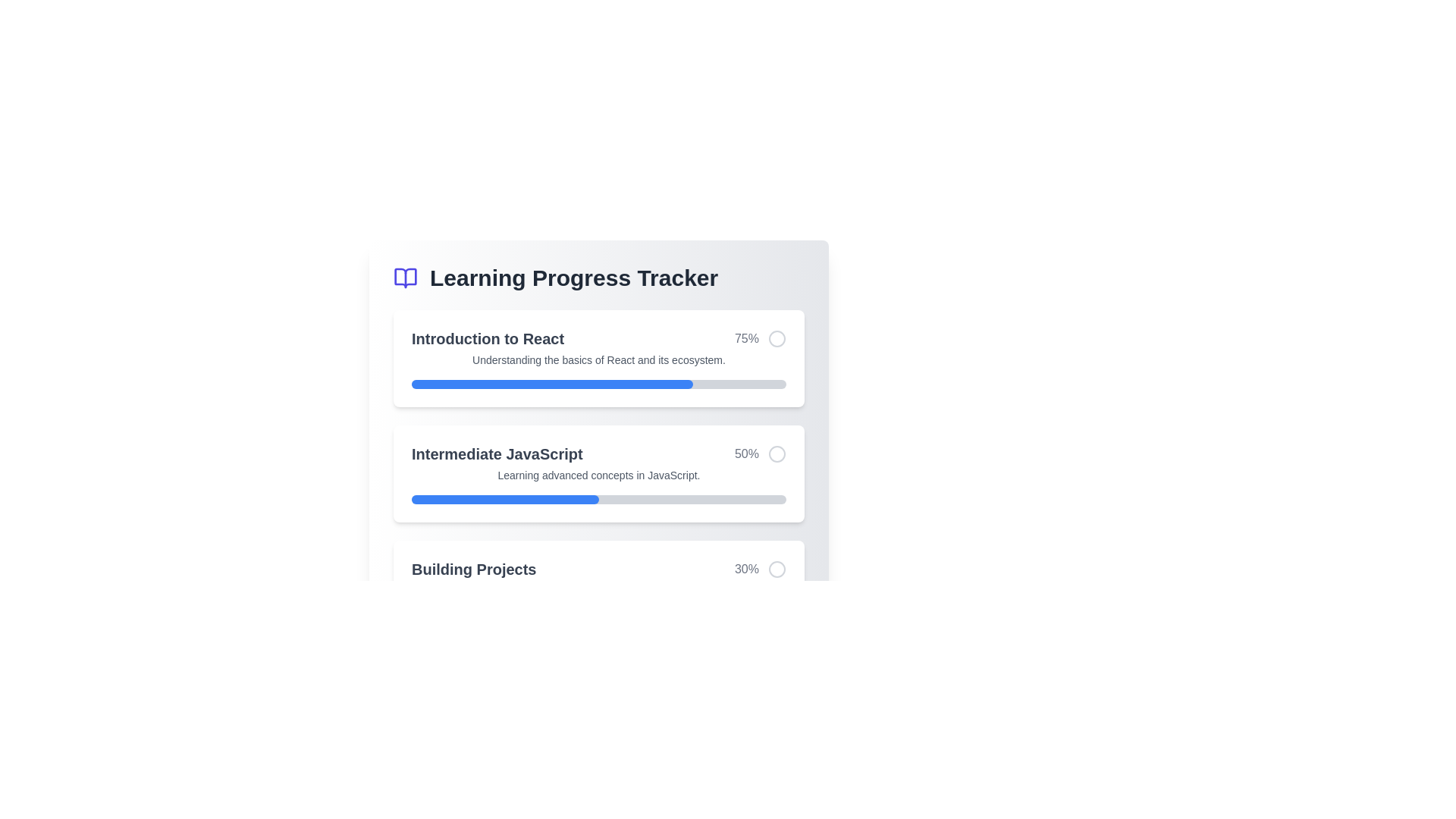 The height and width of the screenshot is (819, 1456). Describe the element at coordinates (777, 338) in the screenshot. I see `the Circle icon, which is a non-interactive visual indicator located to the right of the 'Introduction to React' progress tracker and aligns with the percentage value '75%.'` at that location.